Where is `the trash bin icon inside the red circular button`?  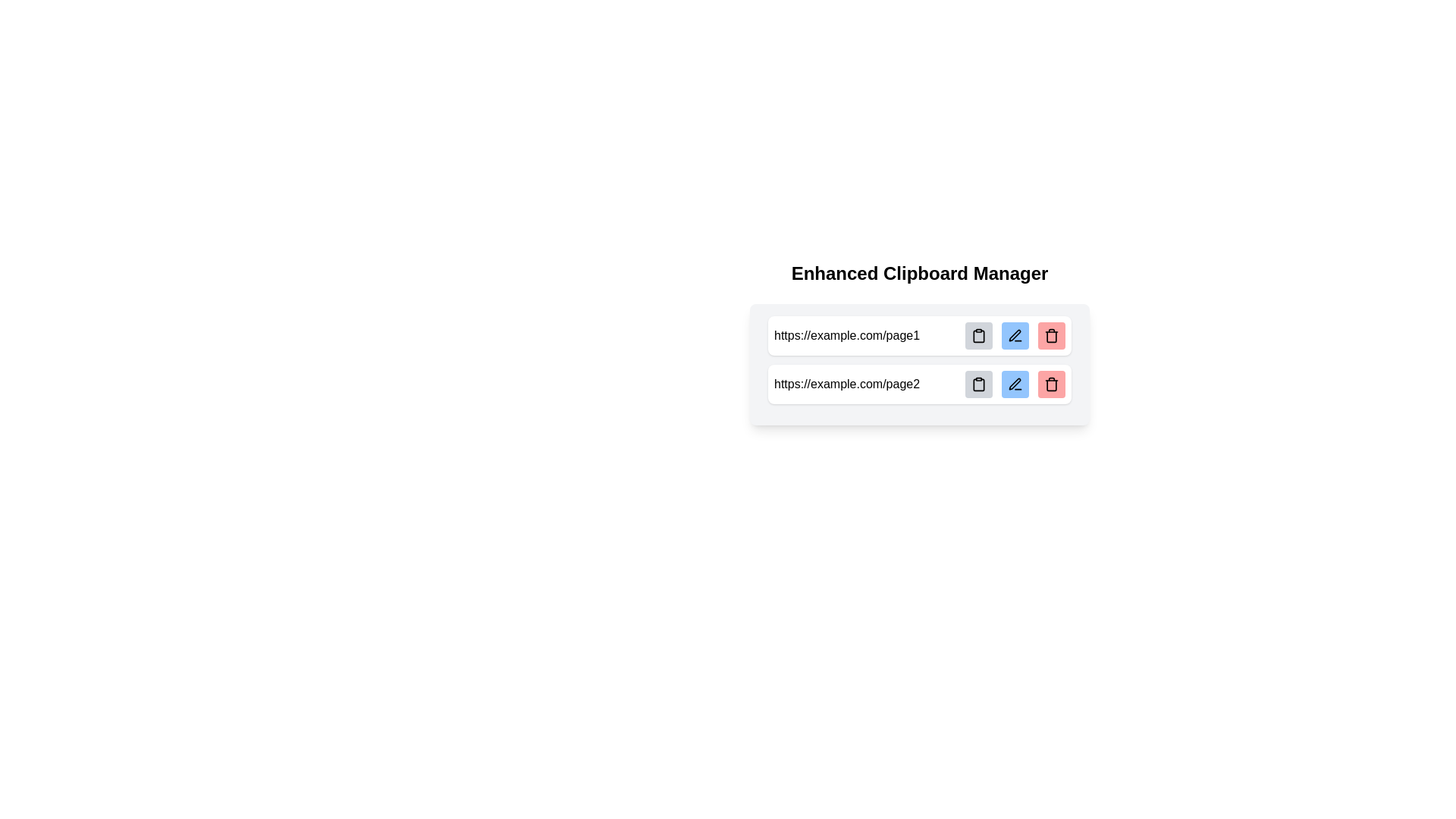
the trash bin icon inside the red circular button is located at coordinates (1051, 335).